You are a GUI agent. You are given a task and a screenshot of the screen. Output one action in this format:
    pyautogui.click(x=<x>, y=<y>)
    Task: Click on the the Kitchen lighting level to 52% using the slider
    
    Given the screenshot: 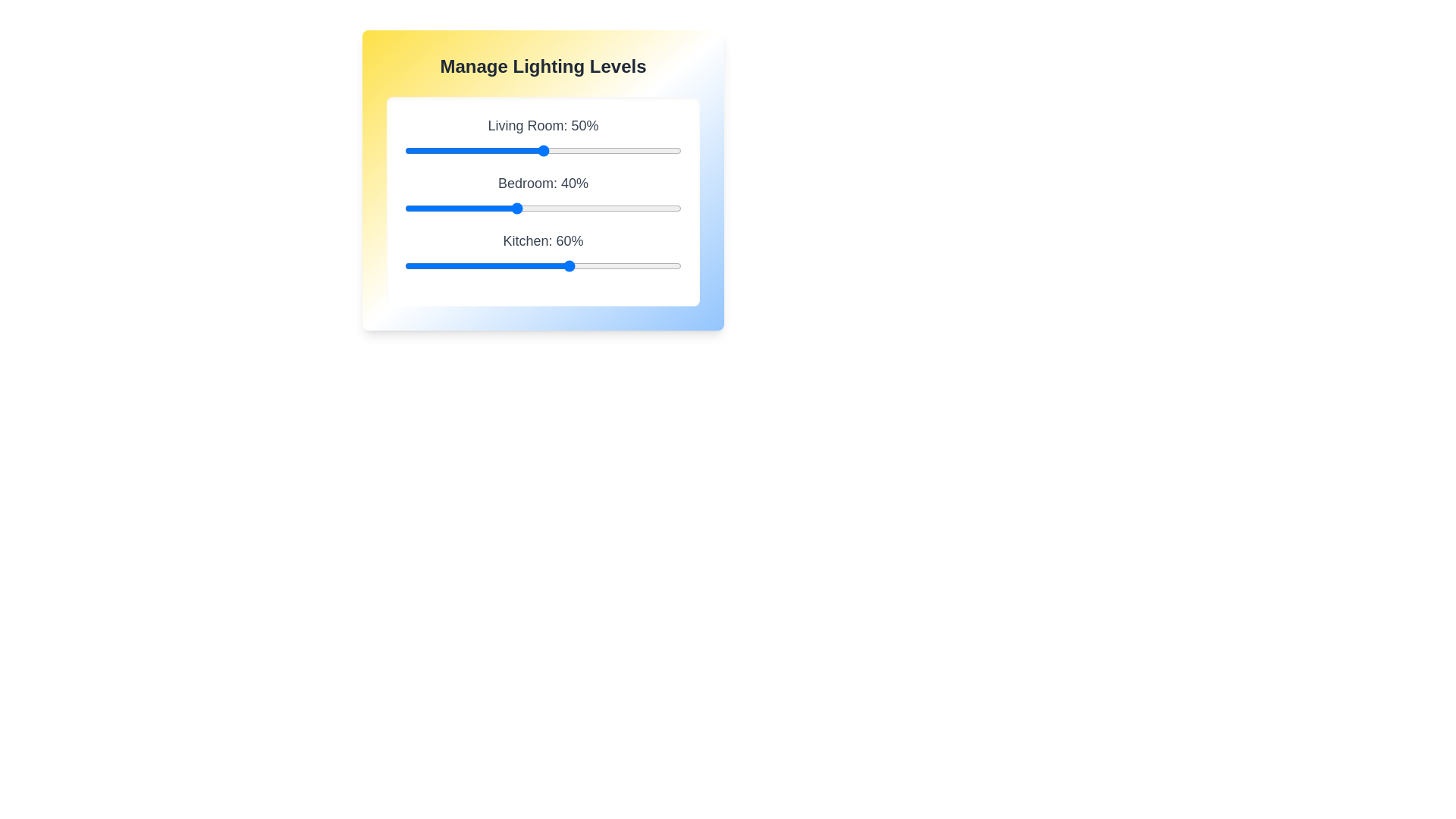 What is the action you would take?
    pyautogui.click(x=548, y=265)
    